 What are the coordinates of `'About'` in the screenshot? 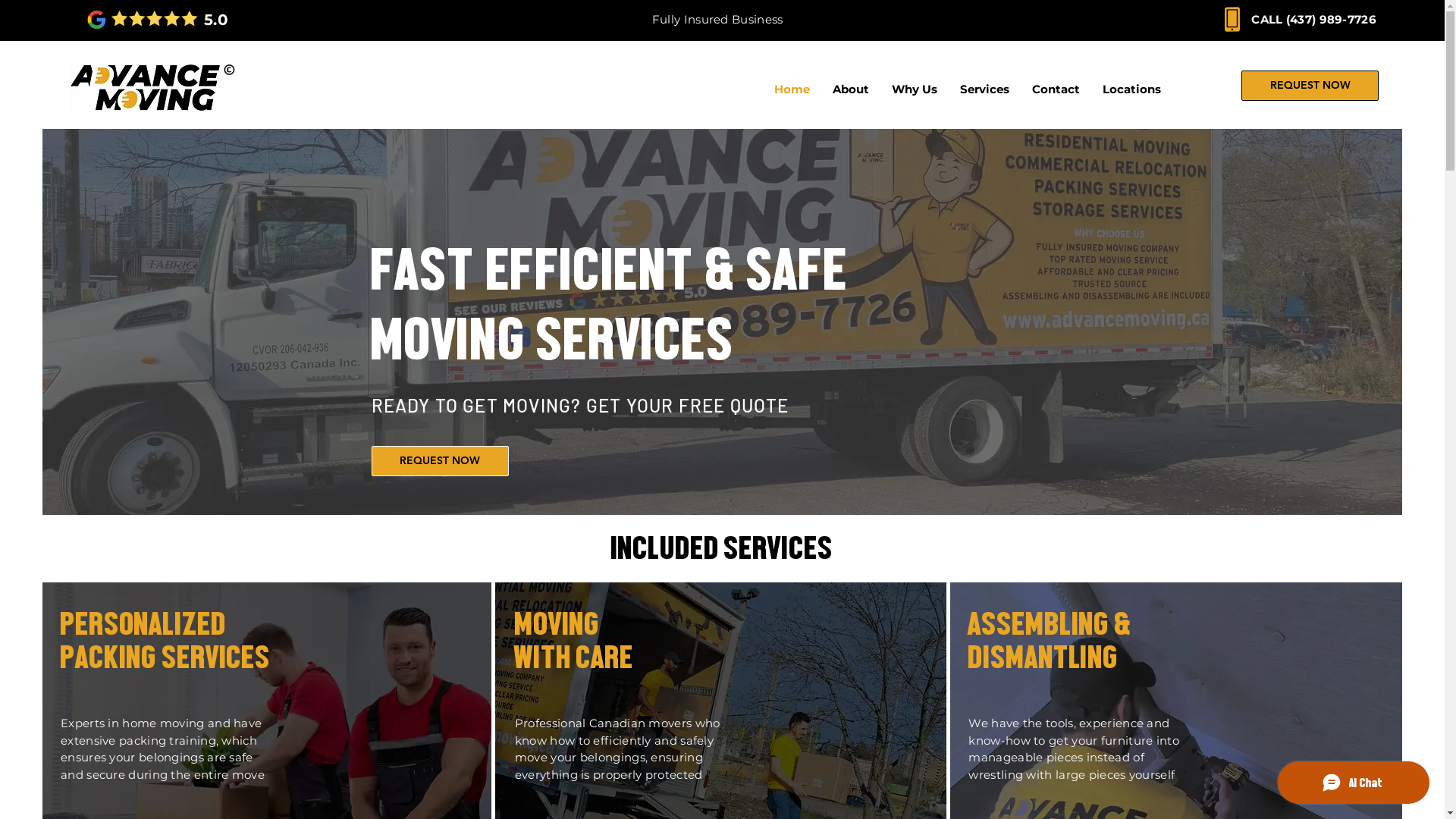 It's located at (851, 89).